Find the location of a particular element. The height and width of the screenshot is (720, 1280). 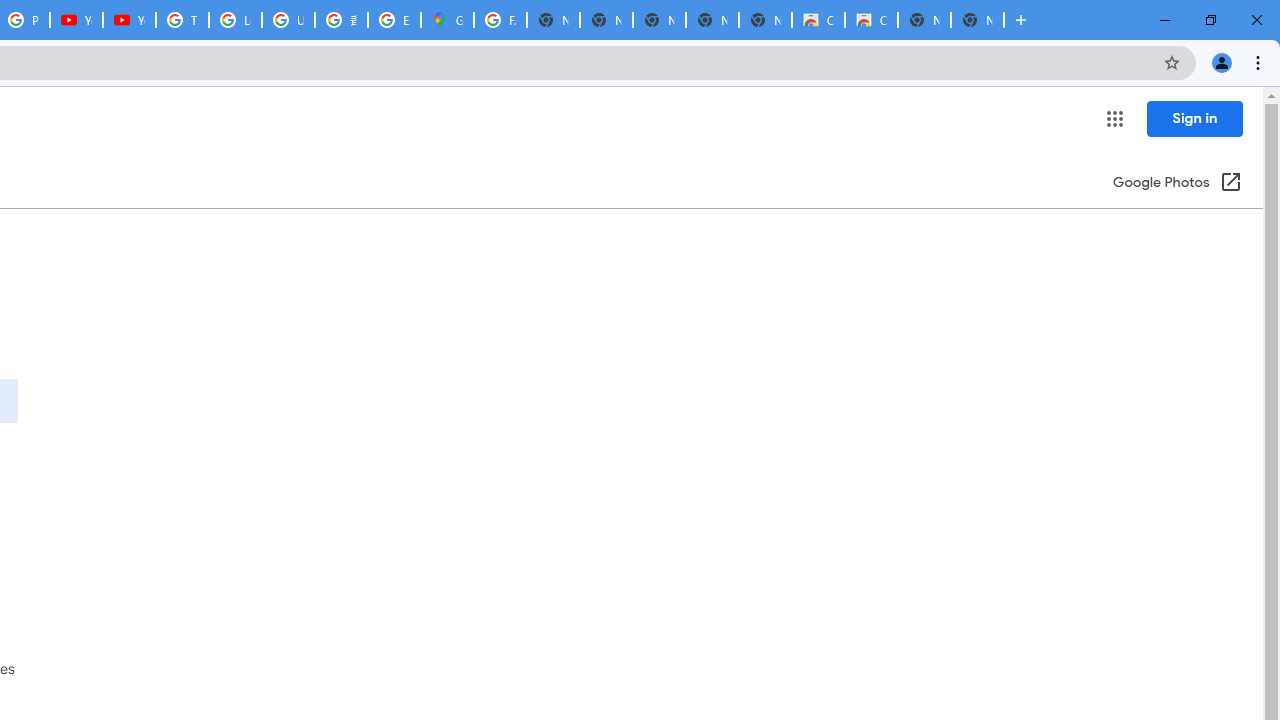

'New Tab' is located at coordinates (977, 20).